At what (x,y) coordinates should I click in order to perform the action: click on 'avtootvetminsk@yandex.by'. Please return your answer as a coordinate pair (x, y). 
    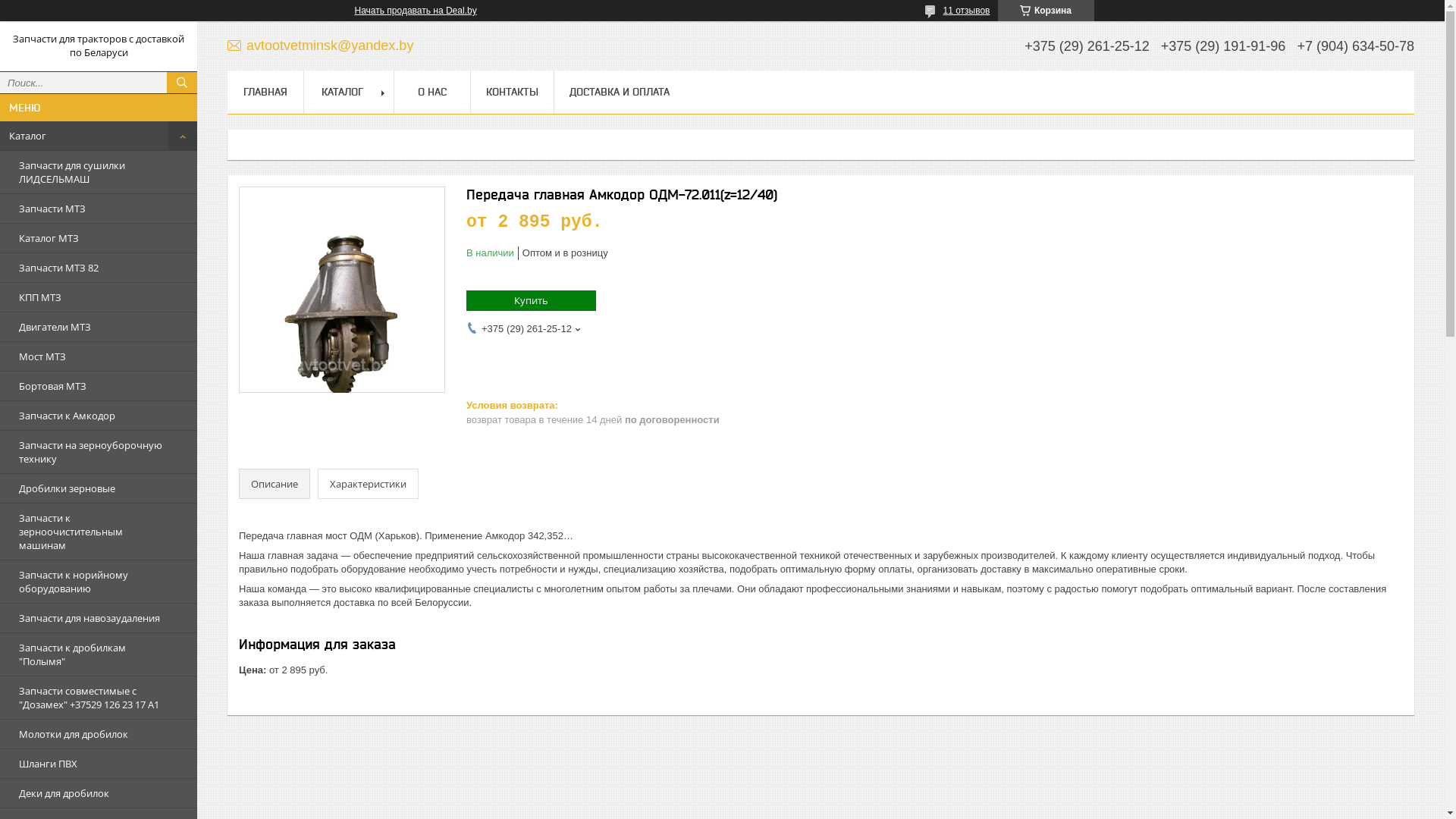
    Looking at the image, I should click on (319, 45).